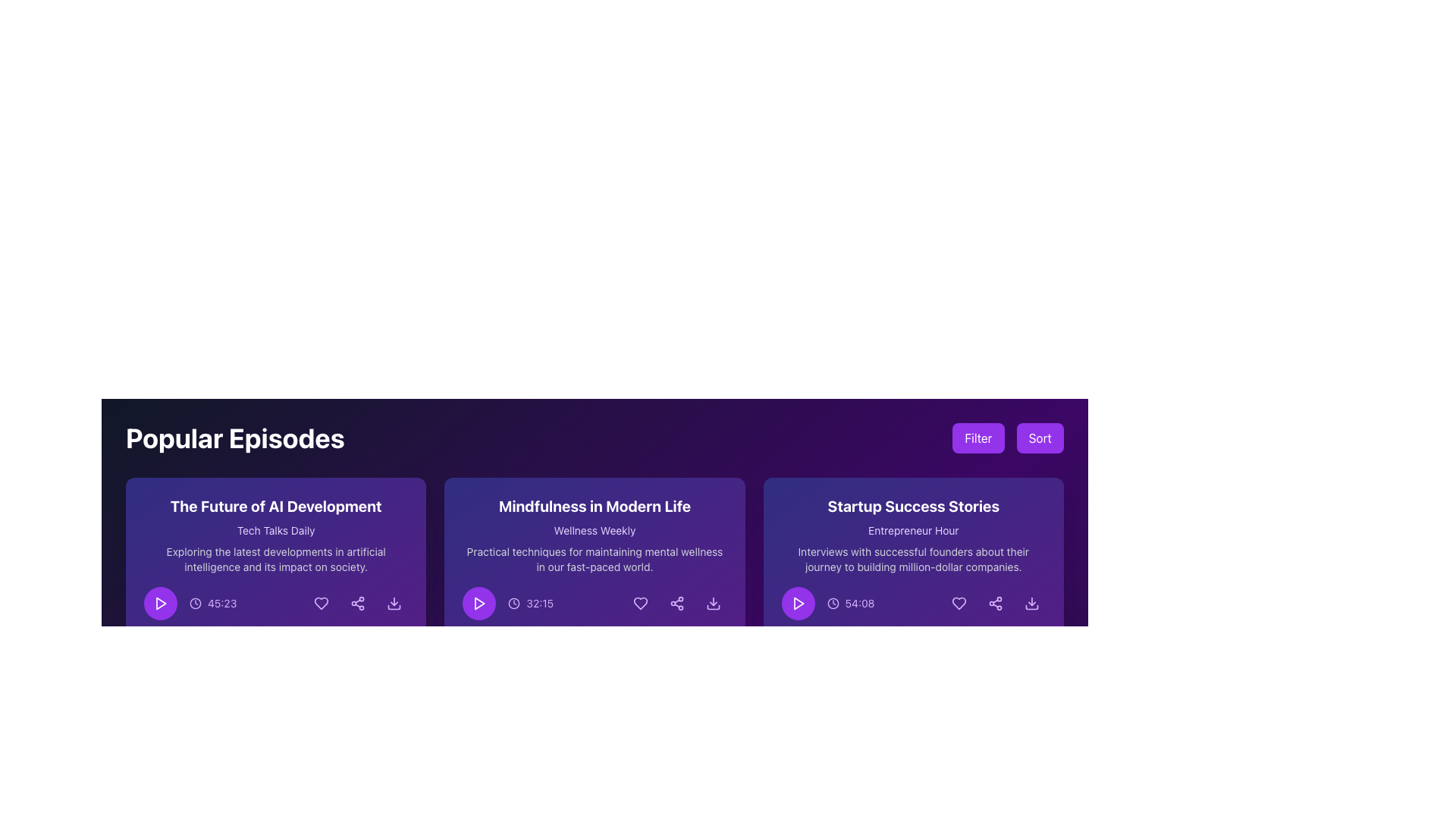  What do you see at coordinates (212, 602) in the screenshot?
I see `the text with the time duration '45:23' and clock icon located in the bottom-left section of 'The Future of AI Development' panel` at bounding box center [212, 602].